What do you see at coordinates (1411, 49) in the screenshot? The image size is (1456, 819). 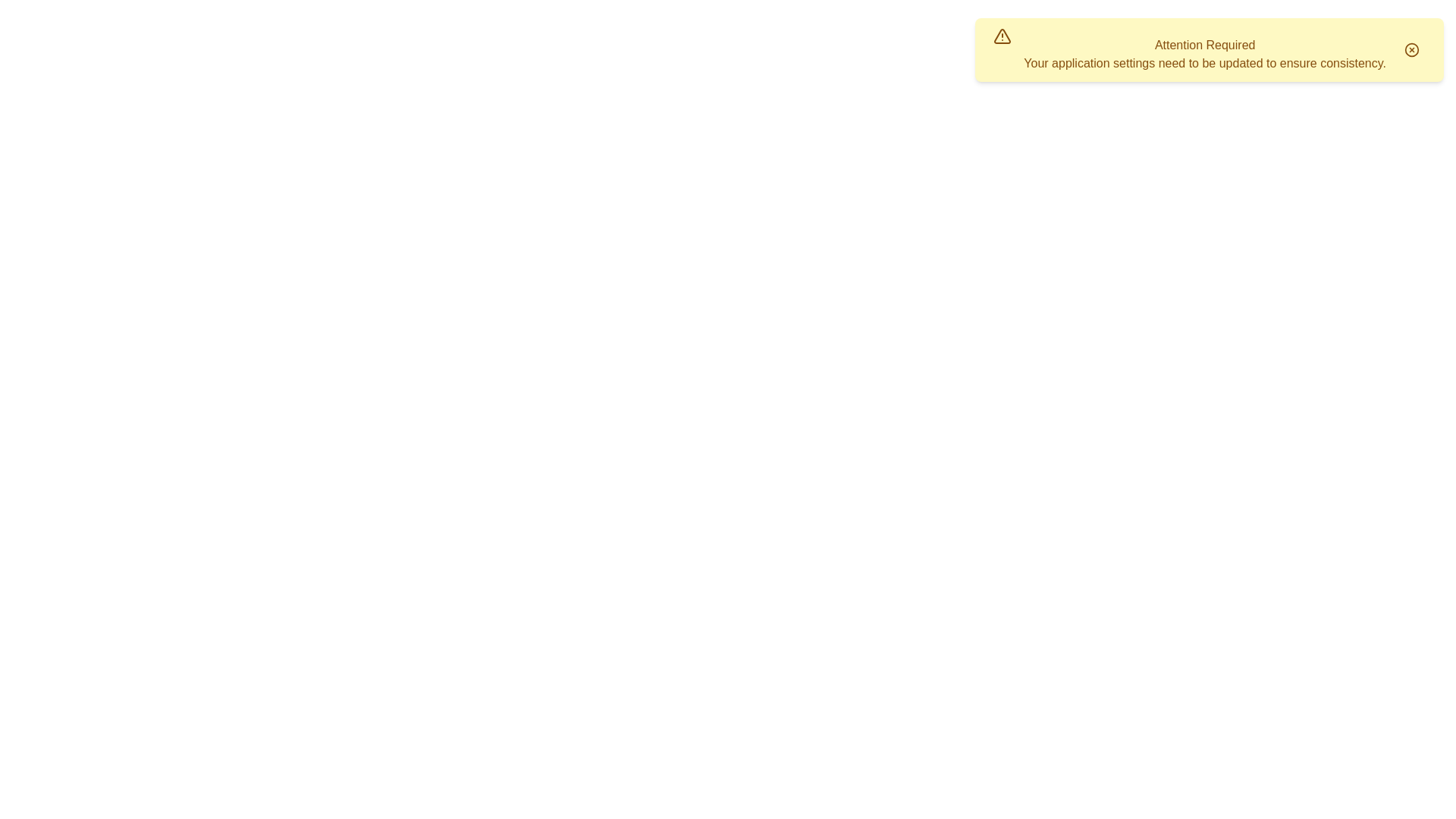 I see `the dismiss/close button icon, which is a circular outline with a diagonal cross, located in the top-right corner of the notification card with a yellow background` at bounding box center [1411, 49].